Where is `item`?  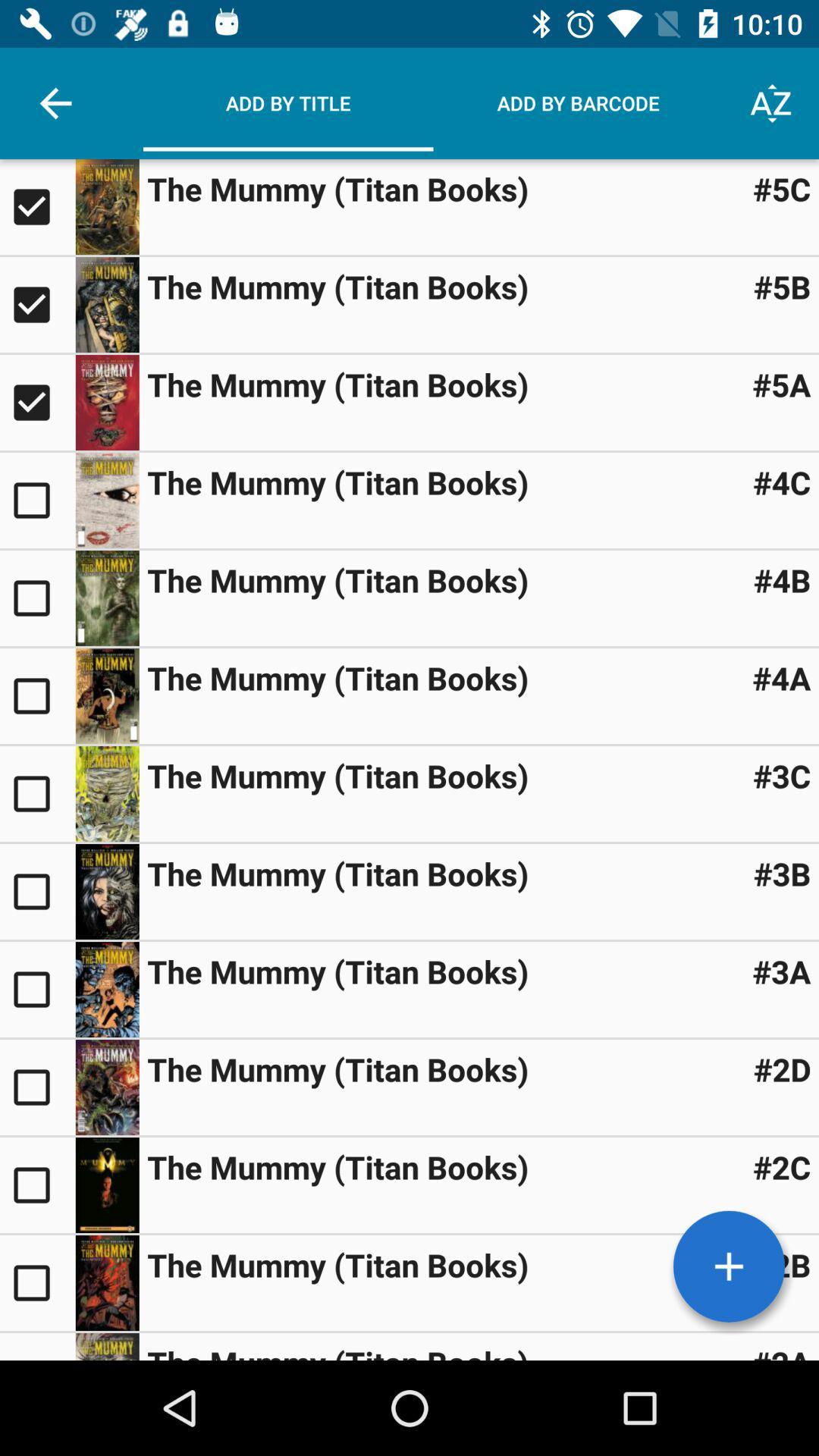 item is located at coordinates (36, 403).